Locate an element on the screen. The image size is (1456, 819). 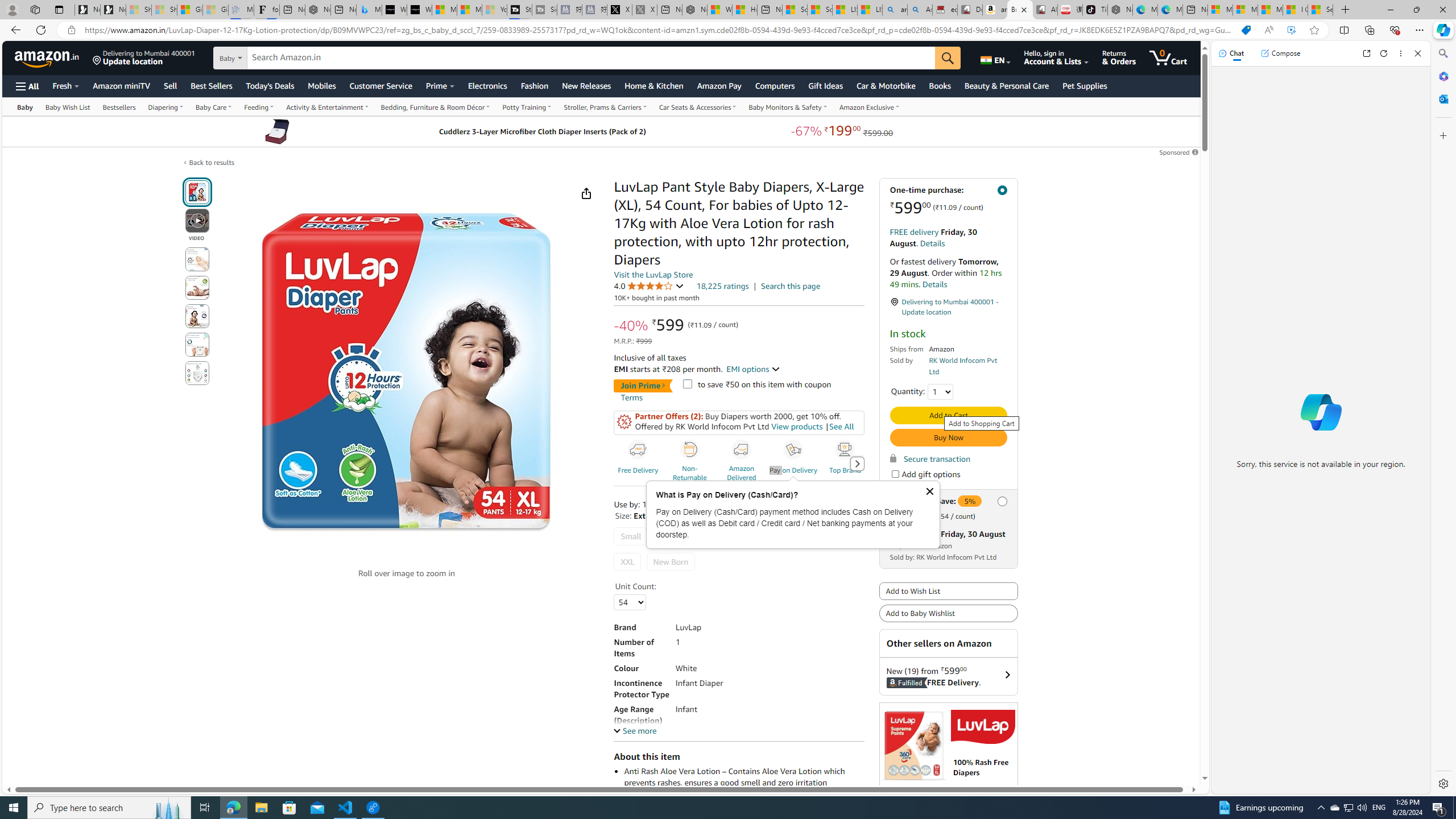
'Chat' is located at coordinates (1231, 52).